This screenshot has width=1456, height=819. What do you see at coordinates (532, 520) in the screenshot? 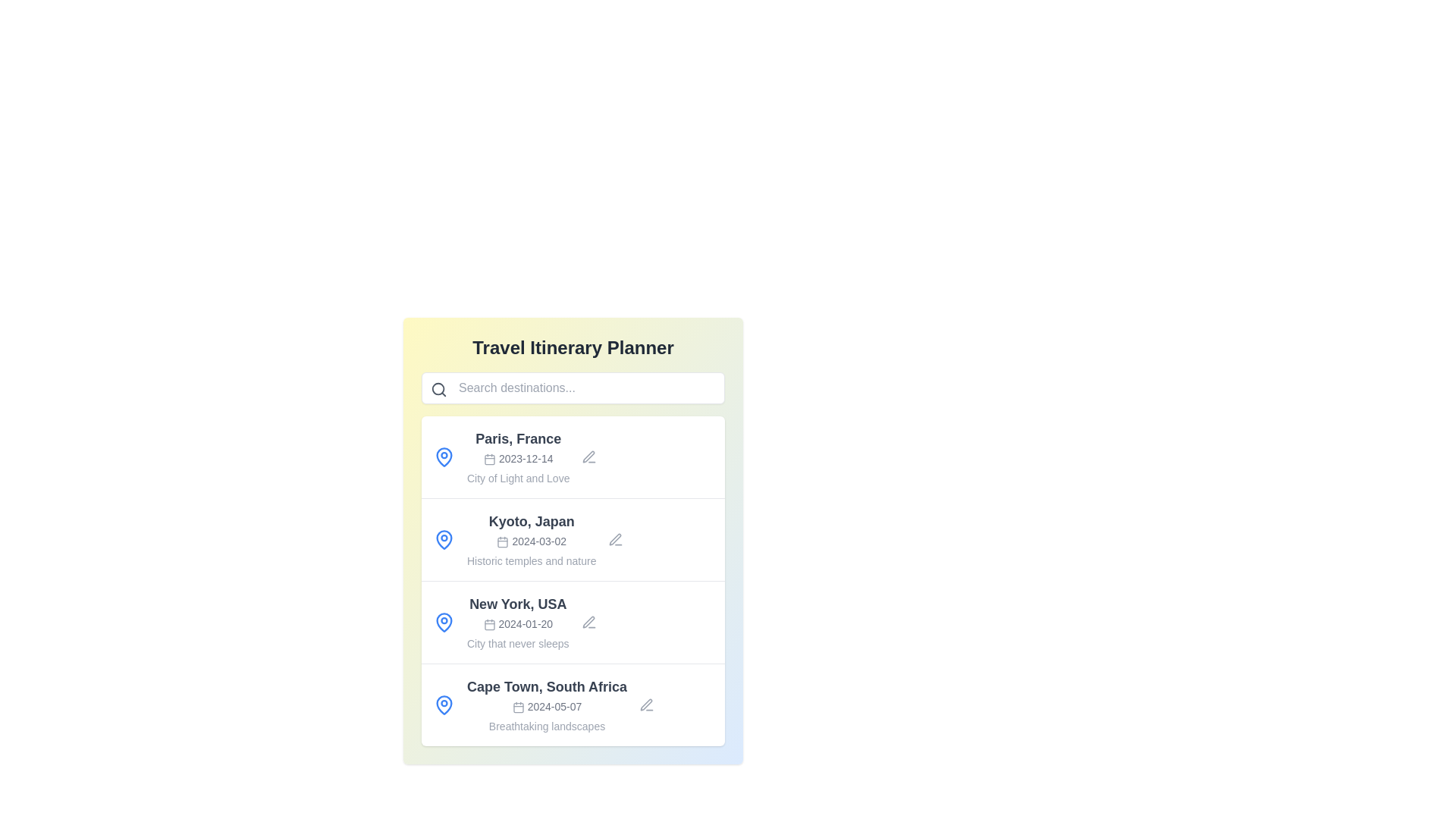
I see `the text label displaying 'Kyoto, Japan', which is styled in a bold, large font and is clearly visible in dark gray, positioned above the text '2024-03-02' and 'Historic temples and nature'` at bounding box center [532, 520].